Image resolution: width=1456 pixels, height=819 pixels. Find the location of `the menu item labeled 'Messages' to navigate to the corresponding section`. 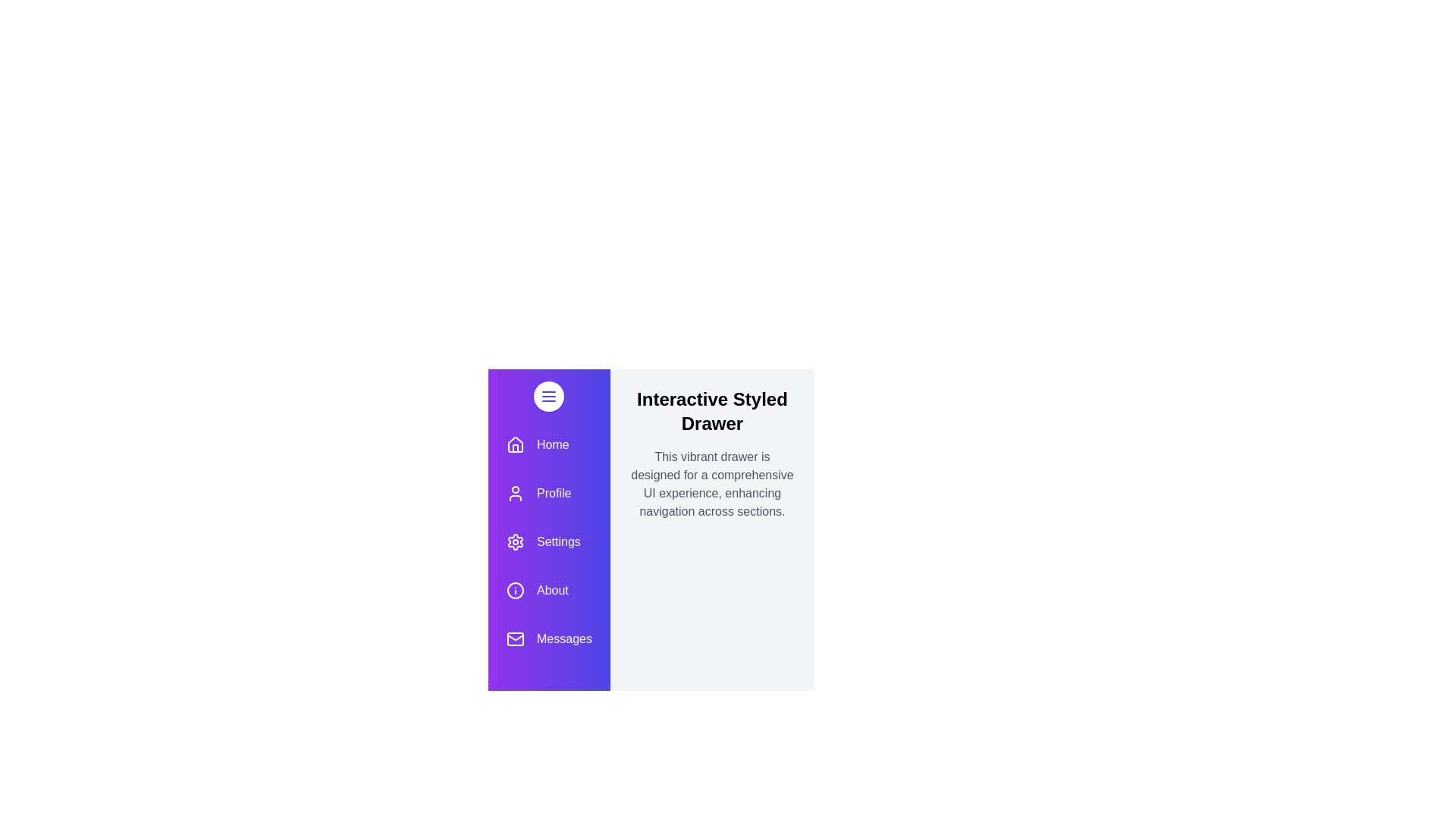

the menu item labeled 'Messages' to navigate to the corresponding section is located at coordinates (548, 639).